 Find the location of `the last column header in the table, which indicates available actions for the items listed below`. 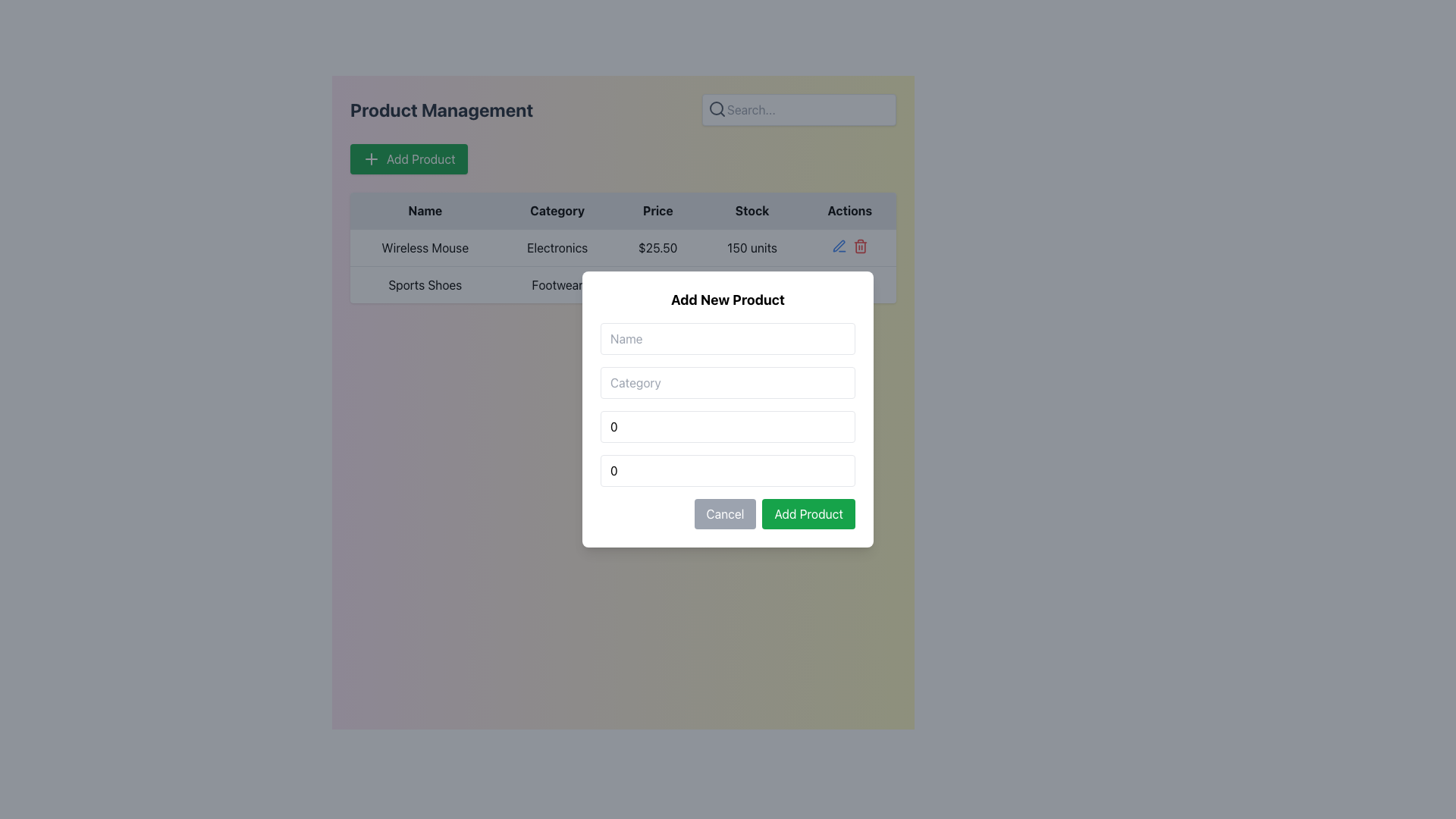

the last column header in the table, which indicates available actions for the items listed below is located at coordinates (849, 211).